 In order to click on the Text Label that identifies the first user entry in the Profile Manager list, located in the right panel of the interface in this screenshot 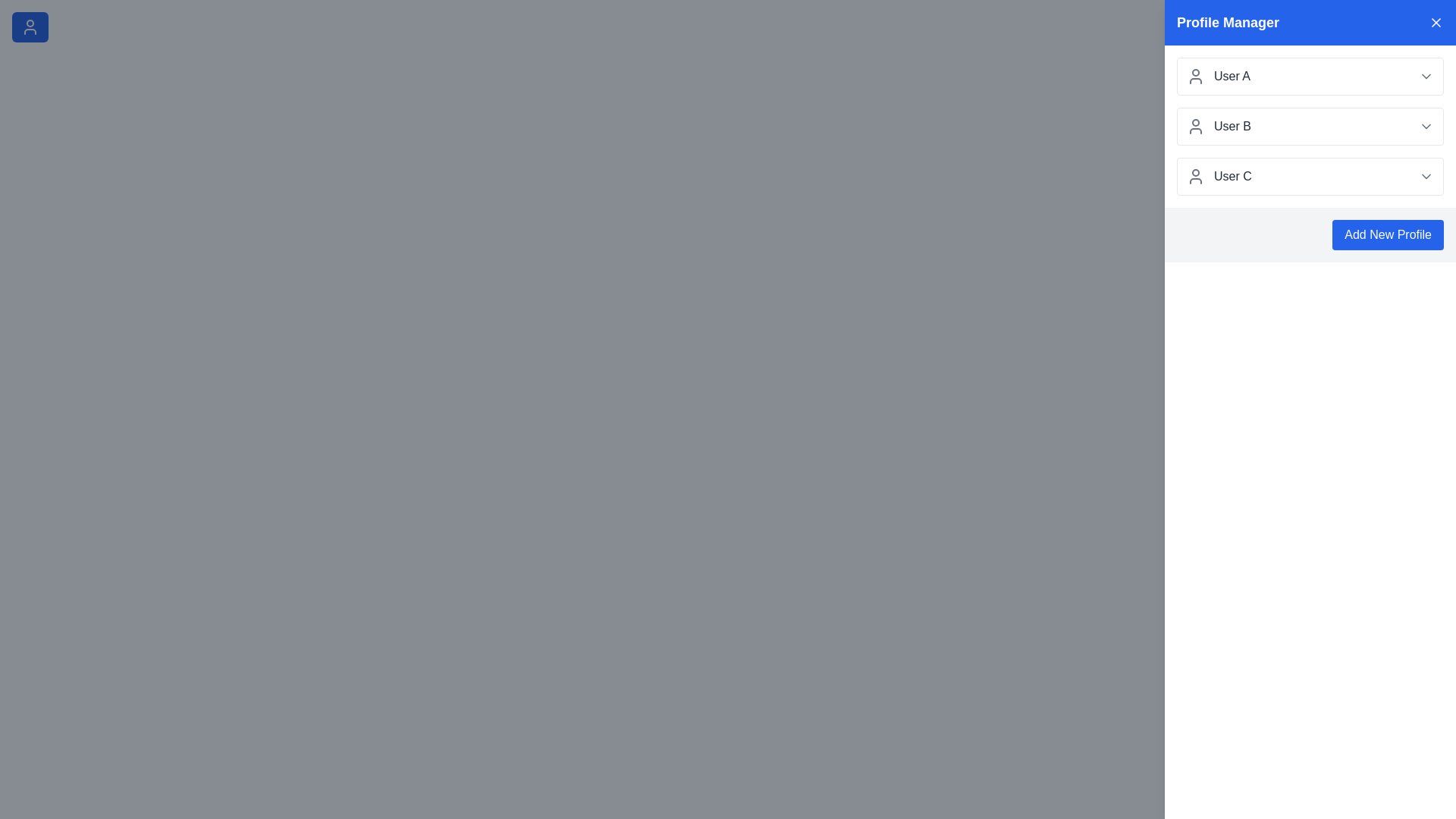, I will do `click(1232, 76)`.